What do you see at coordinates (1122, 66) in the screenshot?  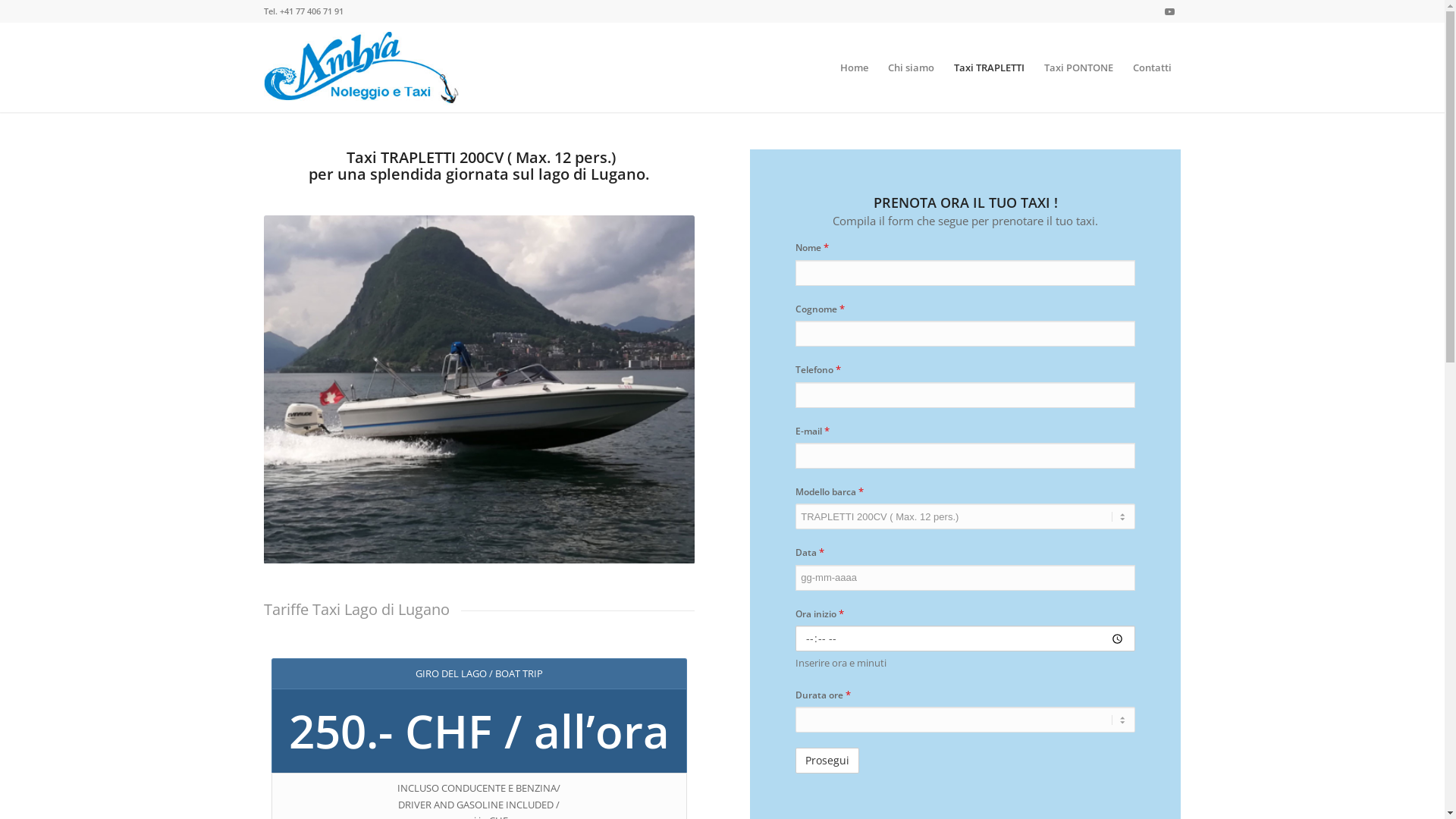 I see `'Contatti'` at bounding box center [1122, 66].